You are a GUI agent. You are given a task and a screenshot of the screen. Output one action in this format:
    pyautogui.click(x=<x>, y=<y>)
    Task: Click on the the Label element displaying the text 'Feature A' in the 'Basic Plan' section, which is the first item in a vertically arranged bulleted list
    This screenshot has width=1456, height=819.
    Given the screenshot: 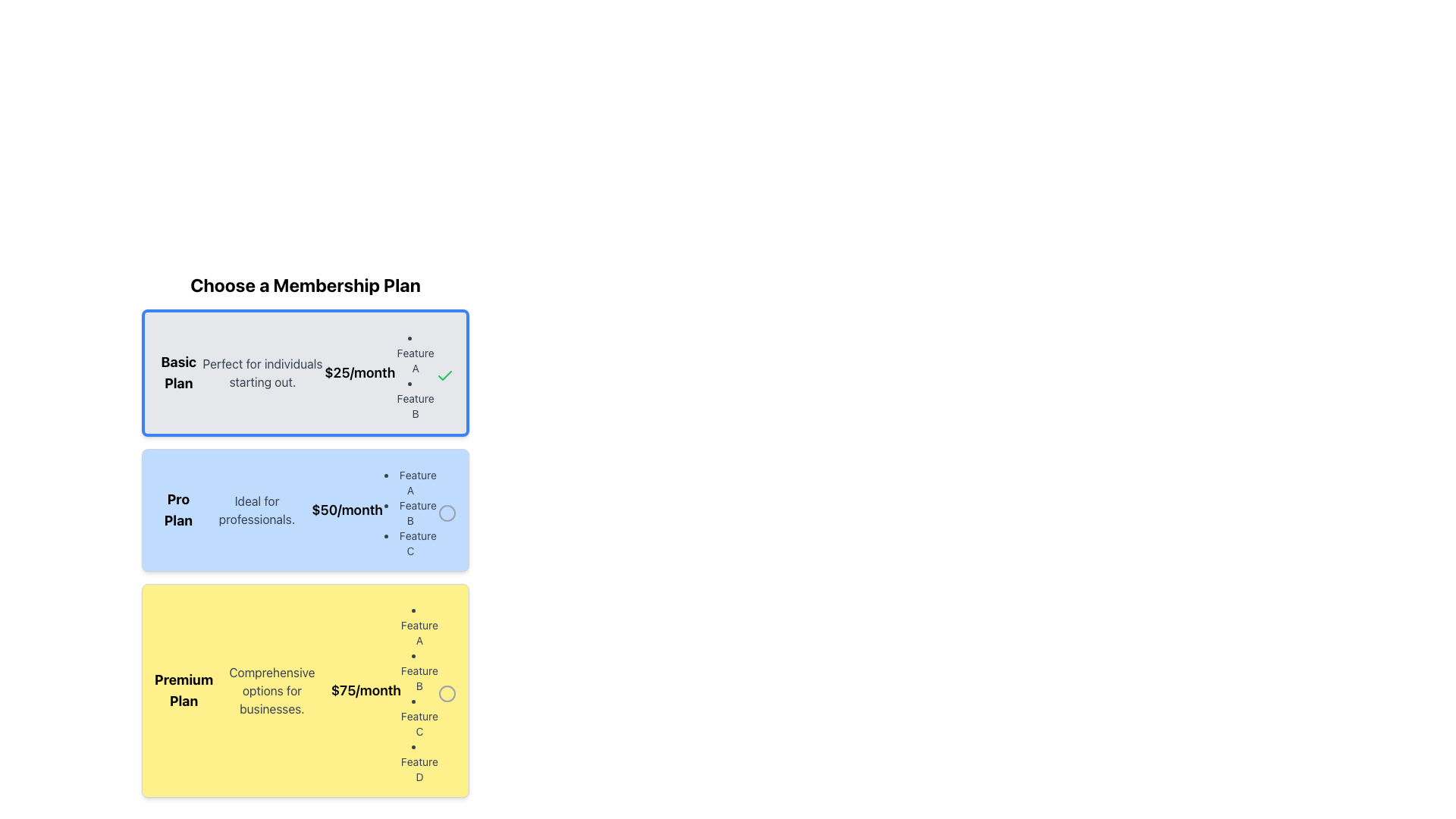 What is the action you would take?
    pyautogui.click(x=416, y=353)
    